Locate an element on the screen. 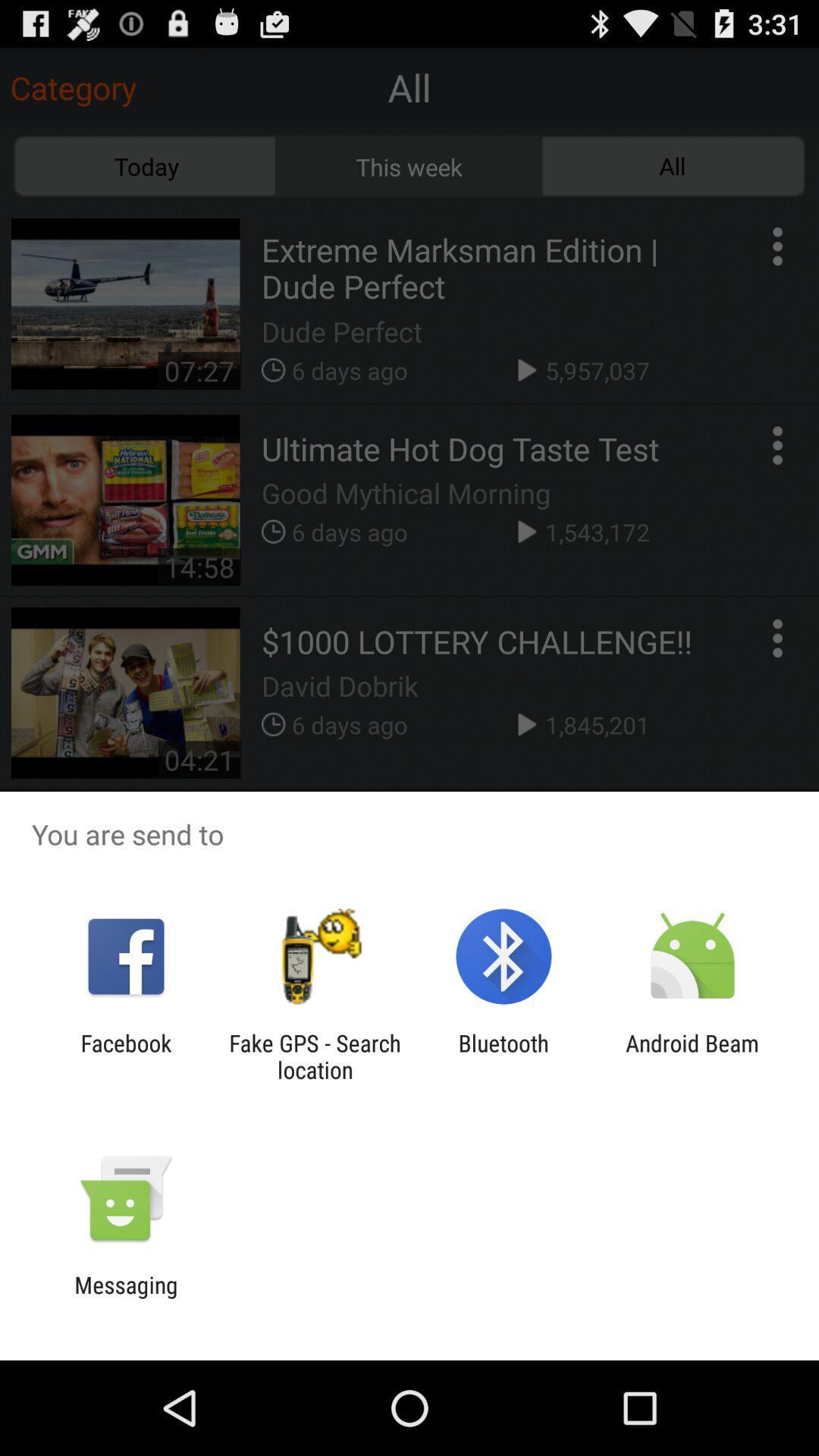 Image resolution: width=819 pixels, height=1456 pixels. app next to bluetooth app is located at coordinates (692, 1056).